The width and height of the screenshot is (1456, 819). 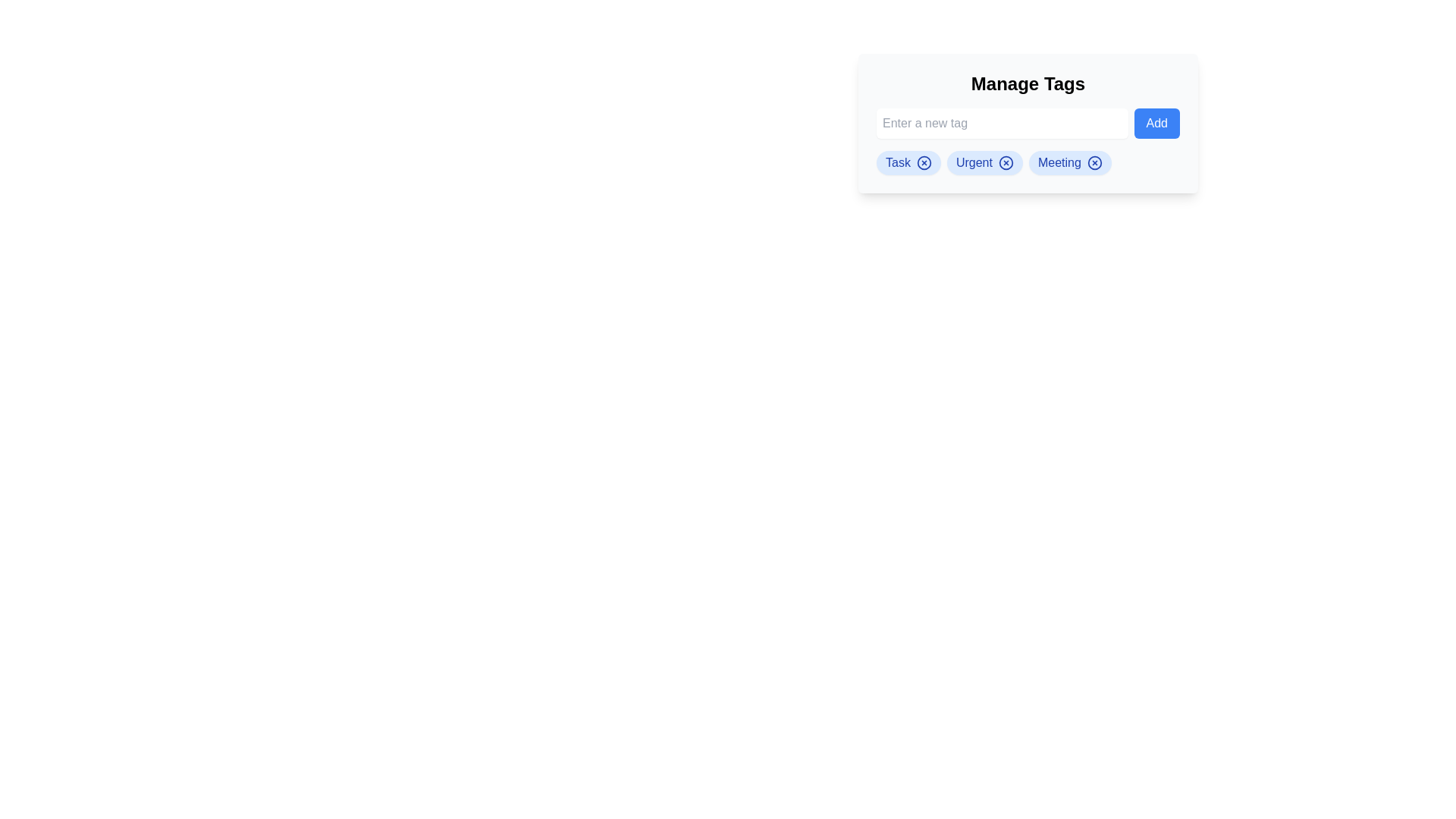 What do you see at coordinates (908, 163) in the screenshot?
I see `the rounded rectangular tag labeled 'Task' with a light blue background and removable 'X' icon` at bounding box center [908, 163].